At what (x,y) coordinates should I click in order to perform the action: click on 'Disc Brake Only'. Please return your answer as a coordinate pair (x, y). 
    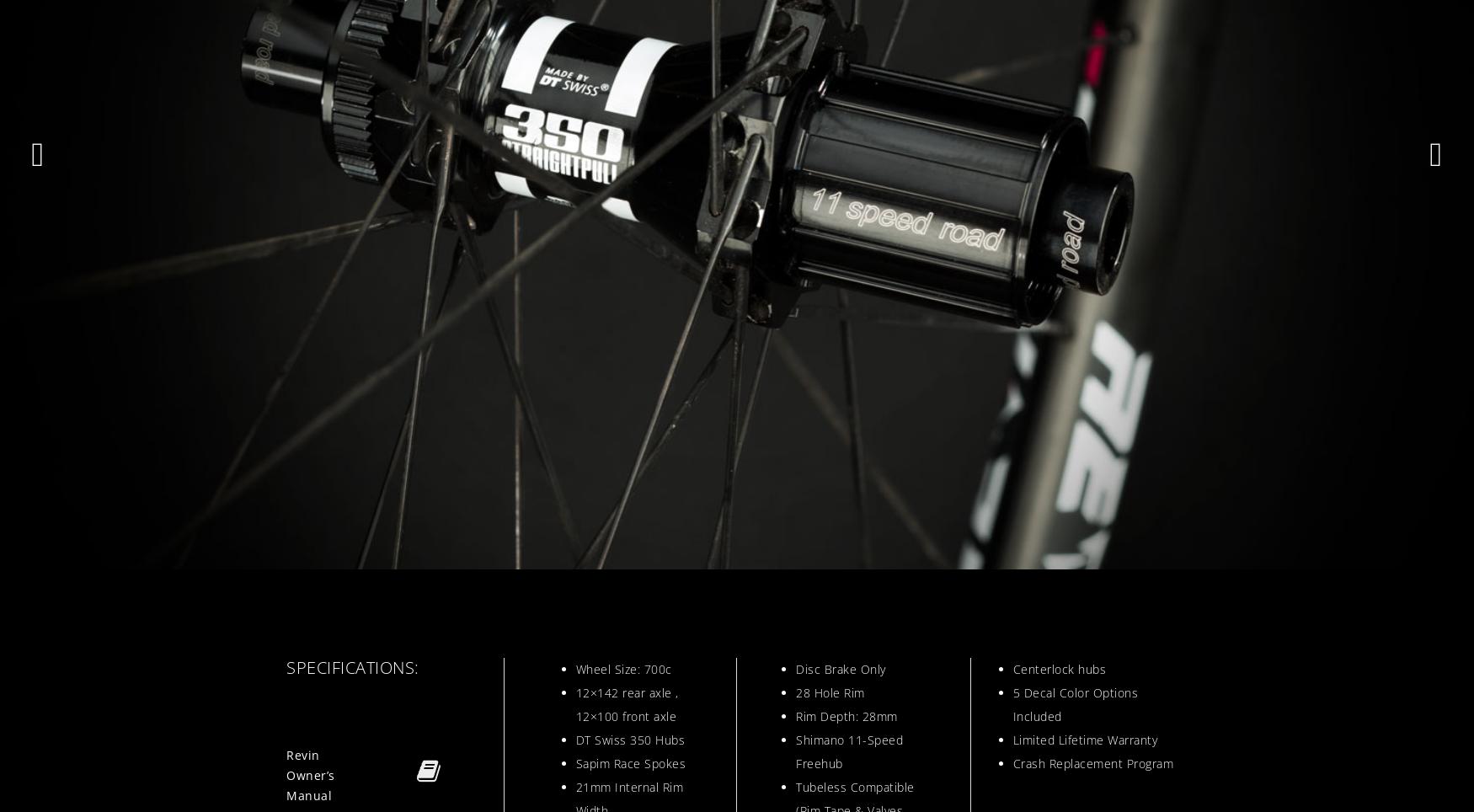
    Looking at the image, I should click on (841, 669).